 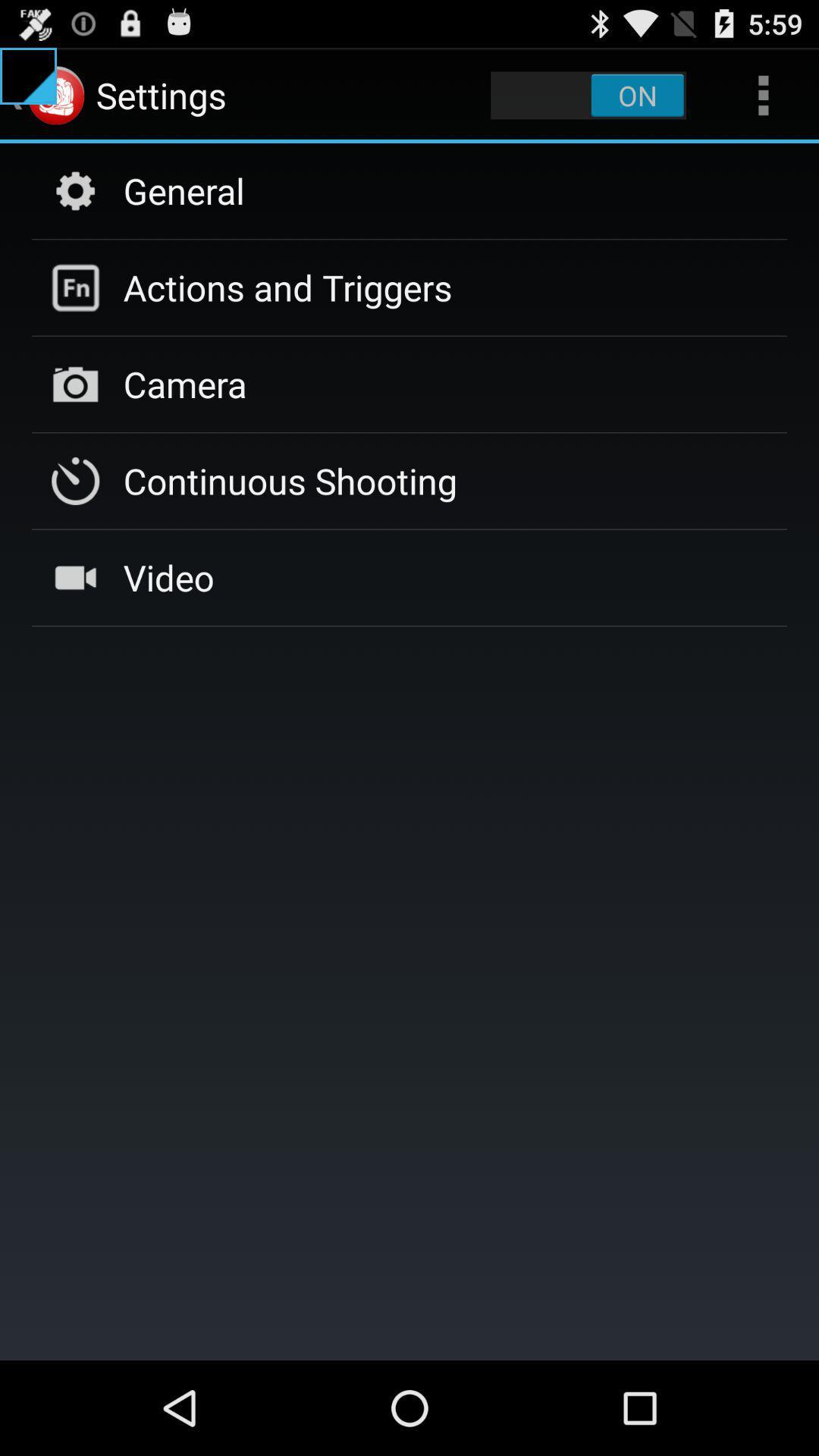 What do you see at coordinates (287, 287) in the screenshot?
I see `actions and triggers` at bounding box center [287, 287].